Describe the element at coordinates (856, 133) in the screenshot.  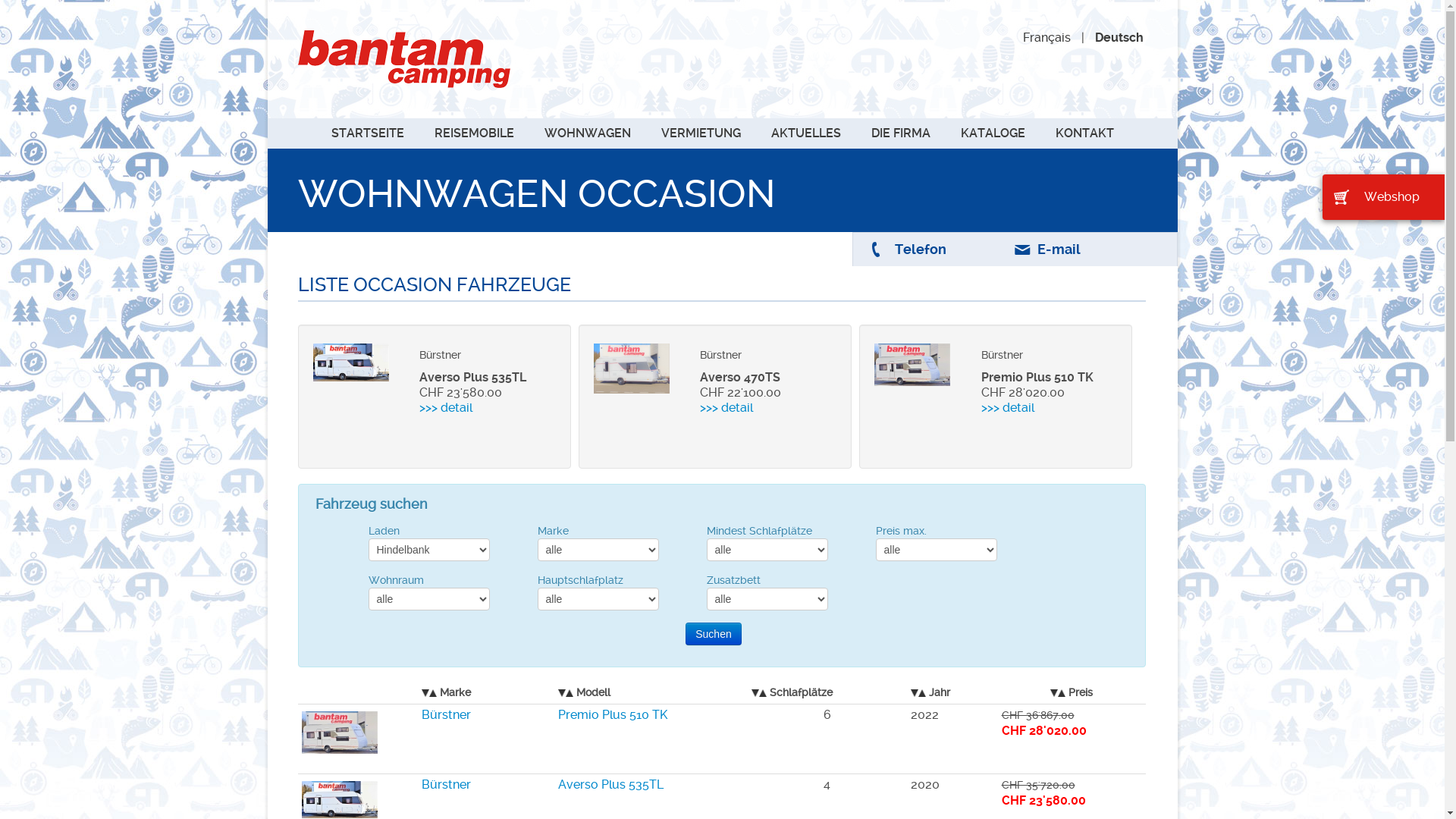
I see `'DIE FIRMA'` at that location.